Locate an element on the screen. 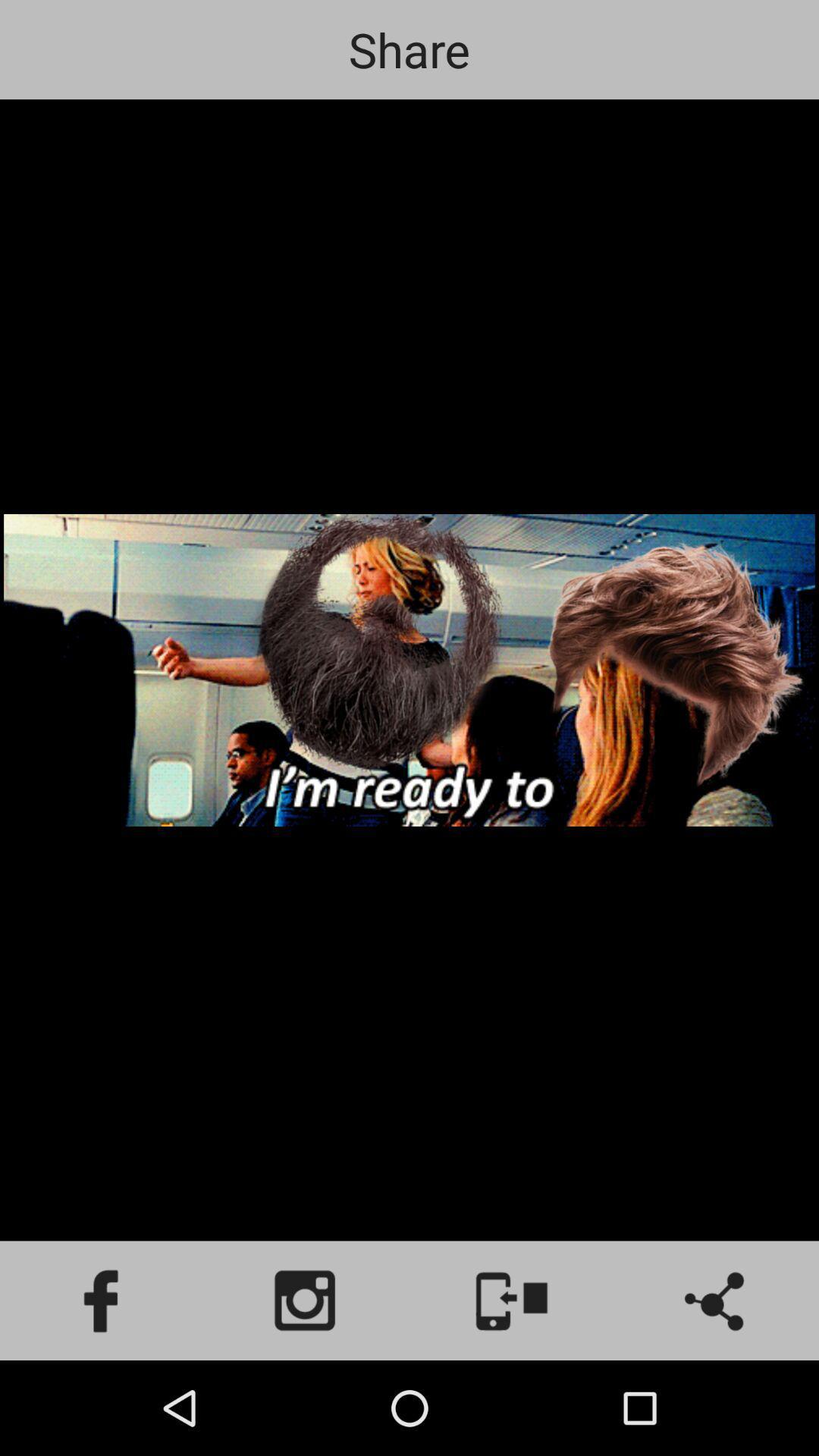  share to phone is located at coordinates (512, 1300).